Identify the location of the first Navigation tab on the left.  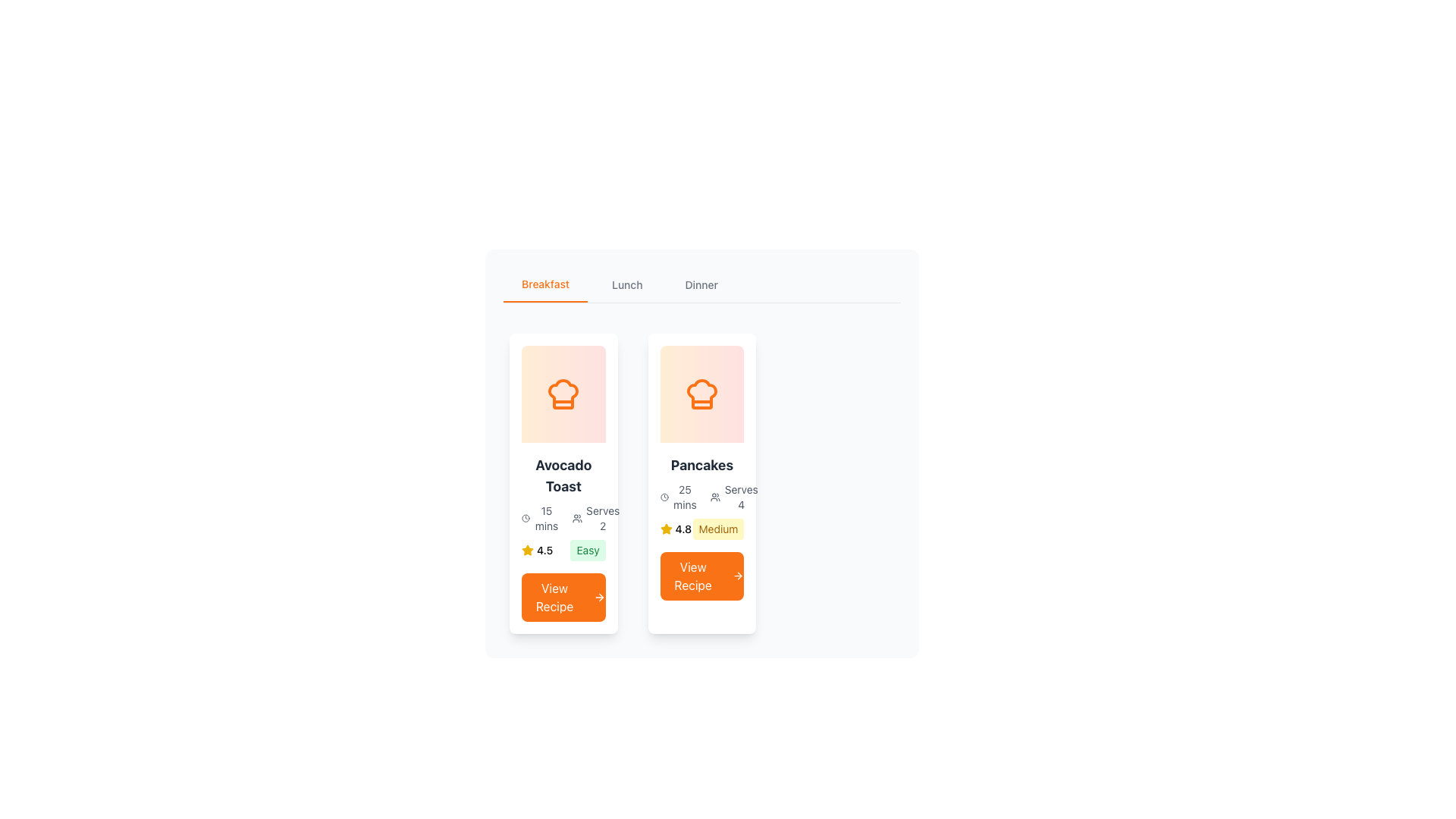
(545, 284).